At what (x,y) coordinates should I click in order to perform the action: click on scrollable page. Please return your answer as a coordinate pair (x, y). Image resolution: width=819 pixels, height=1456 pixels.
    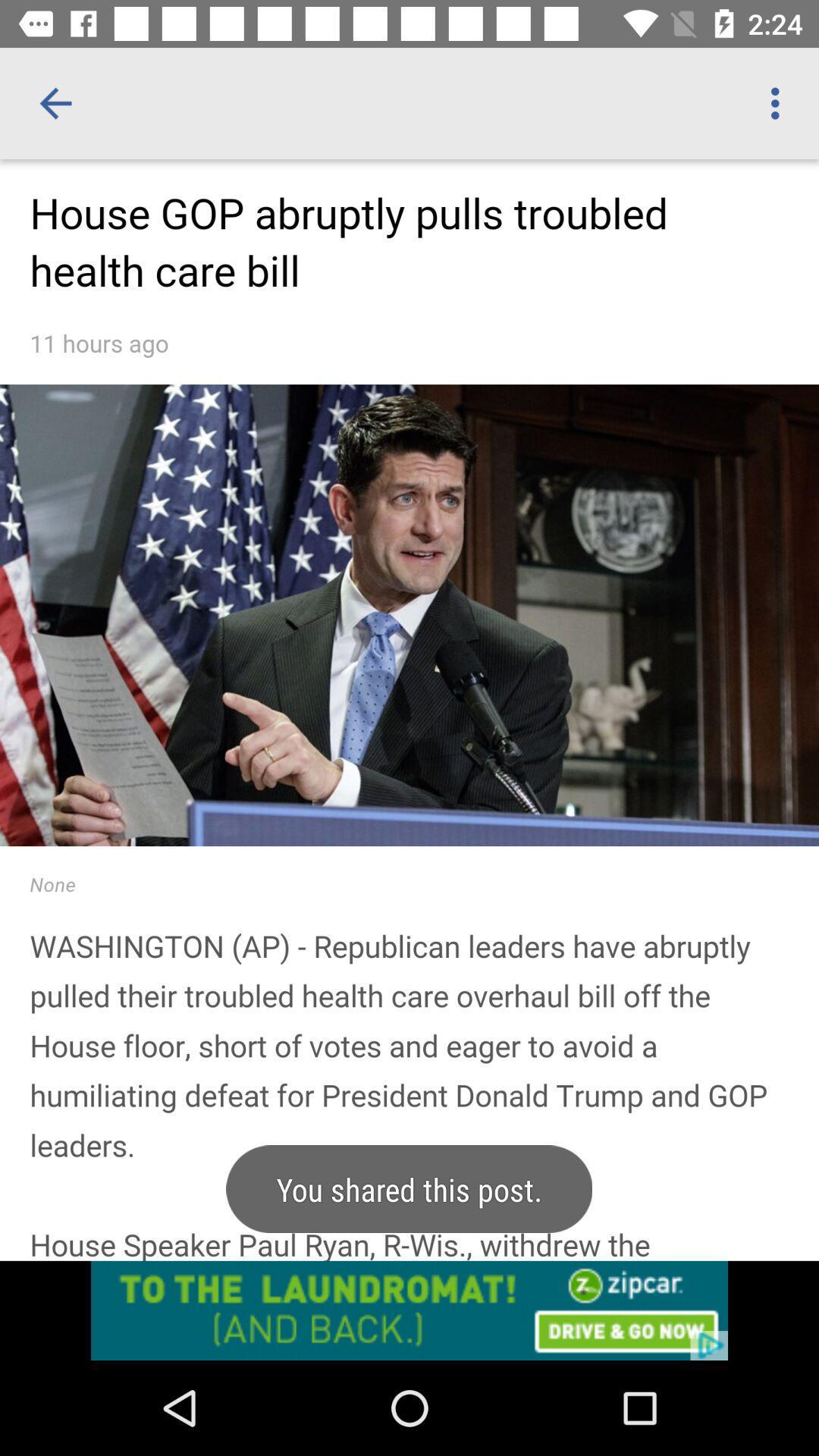
    Looking at the image, I should click on (409, 760).